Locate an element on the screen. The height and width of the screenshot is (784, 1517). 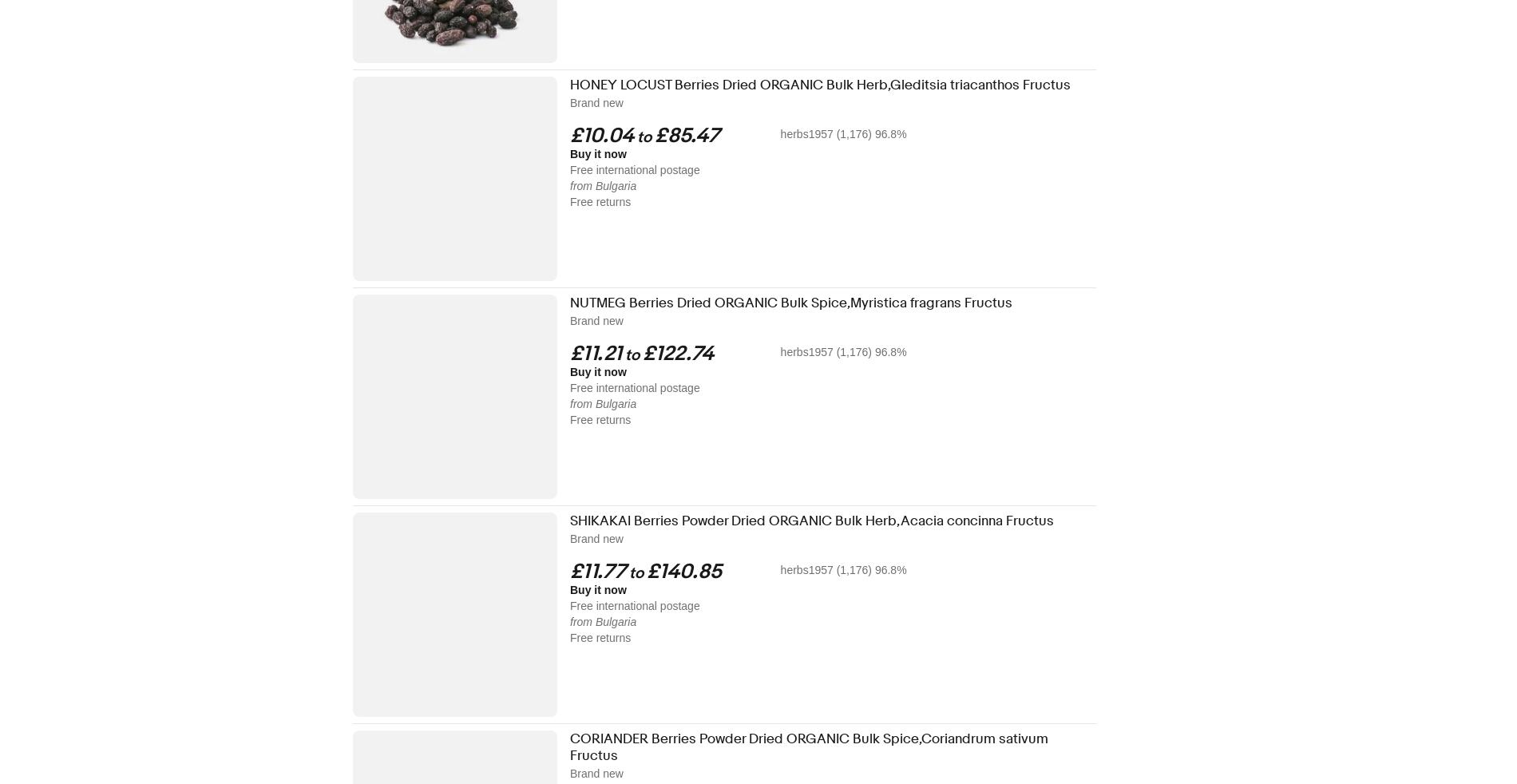
'CORIANDER Berries Powder Dried ORGANIC Bulk Spice,Coriandrum sativum Fructus' is located at coordinates (569, 747).